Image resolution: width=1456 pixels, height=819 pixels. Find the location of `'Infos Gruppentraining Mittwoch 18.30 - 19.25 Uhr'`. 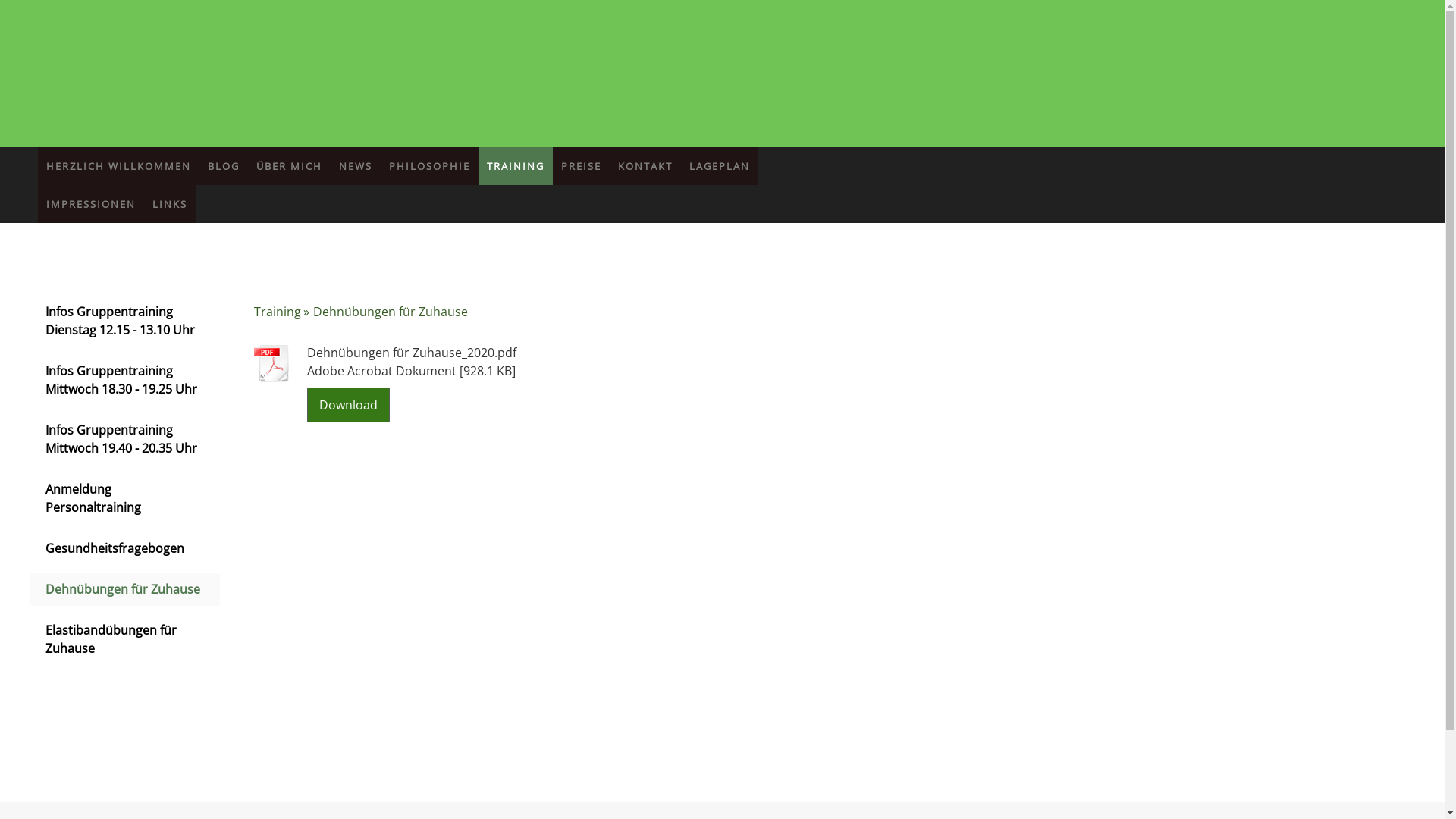

'Infos Gruppentraining Mittwoch 18.30 - 19.25 Uhr' is located at coordinates (124, 379).